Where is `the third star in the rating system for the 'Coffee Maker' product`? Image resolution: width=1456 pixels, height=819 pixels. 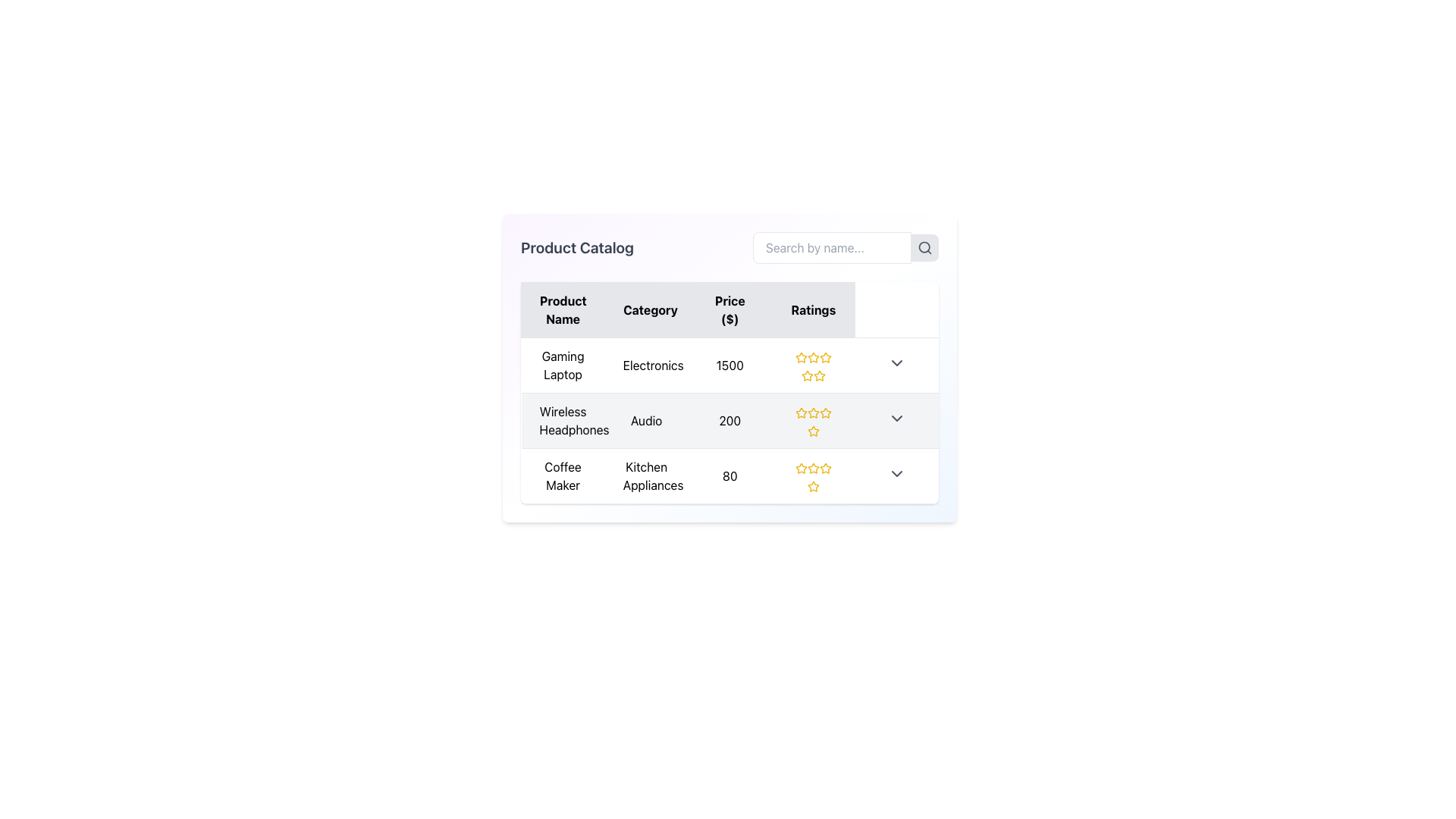 the third star in the rating system for the 'Coffee Maker' product is located at coordinates (800, 467).